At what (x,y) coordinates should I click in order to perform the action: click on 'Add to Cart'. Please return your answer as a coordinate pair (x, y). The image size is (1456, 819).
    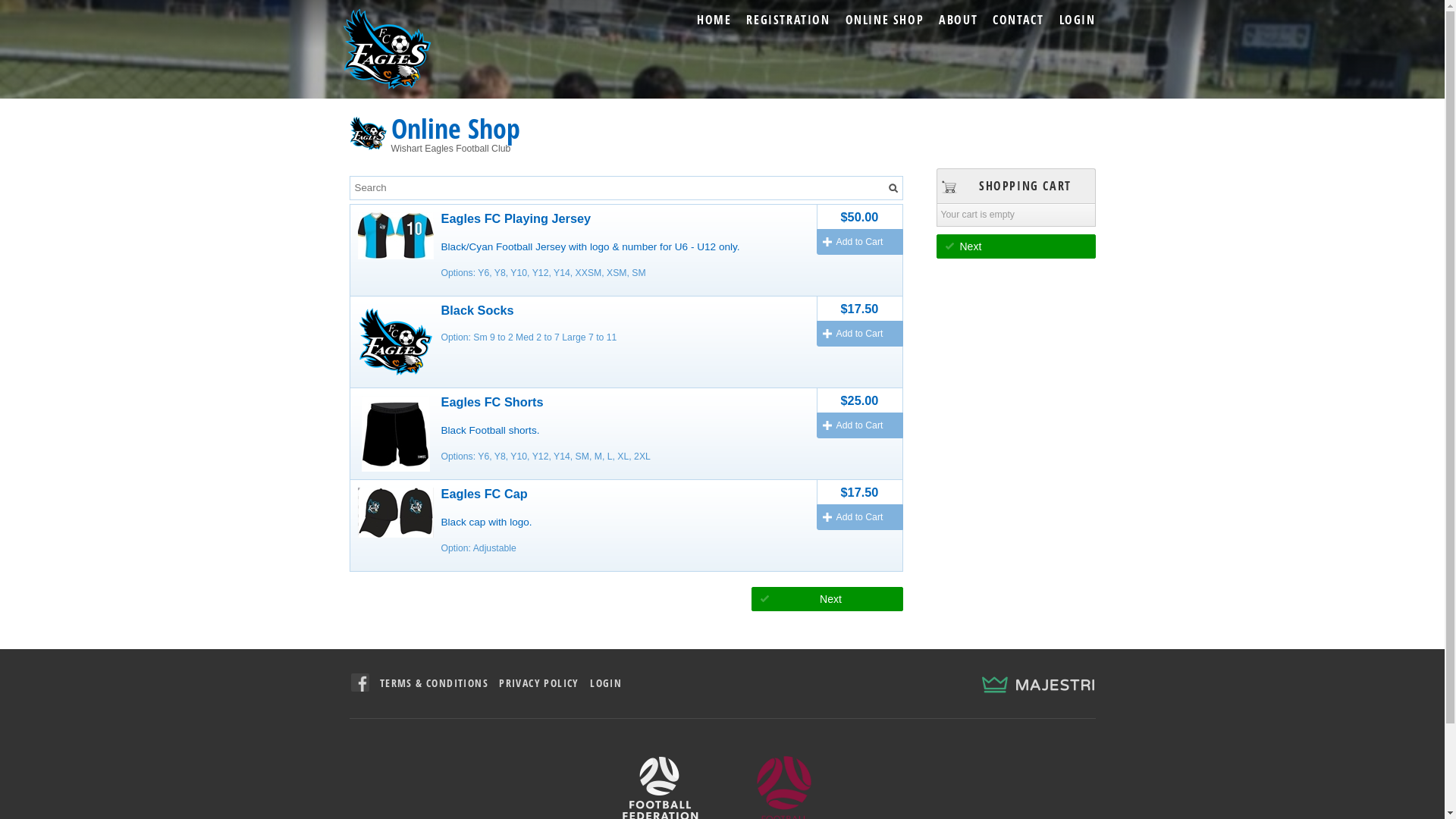
    Looking at the image, I should click on (858, 425).